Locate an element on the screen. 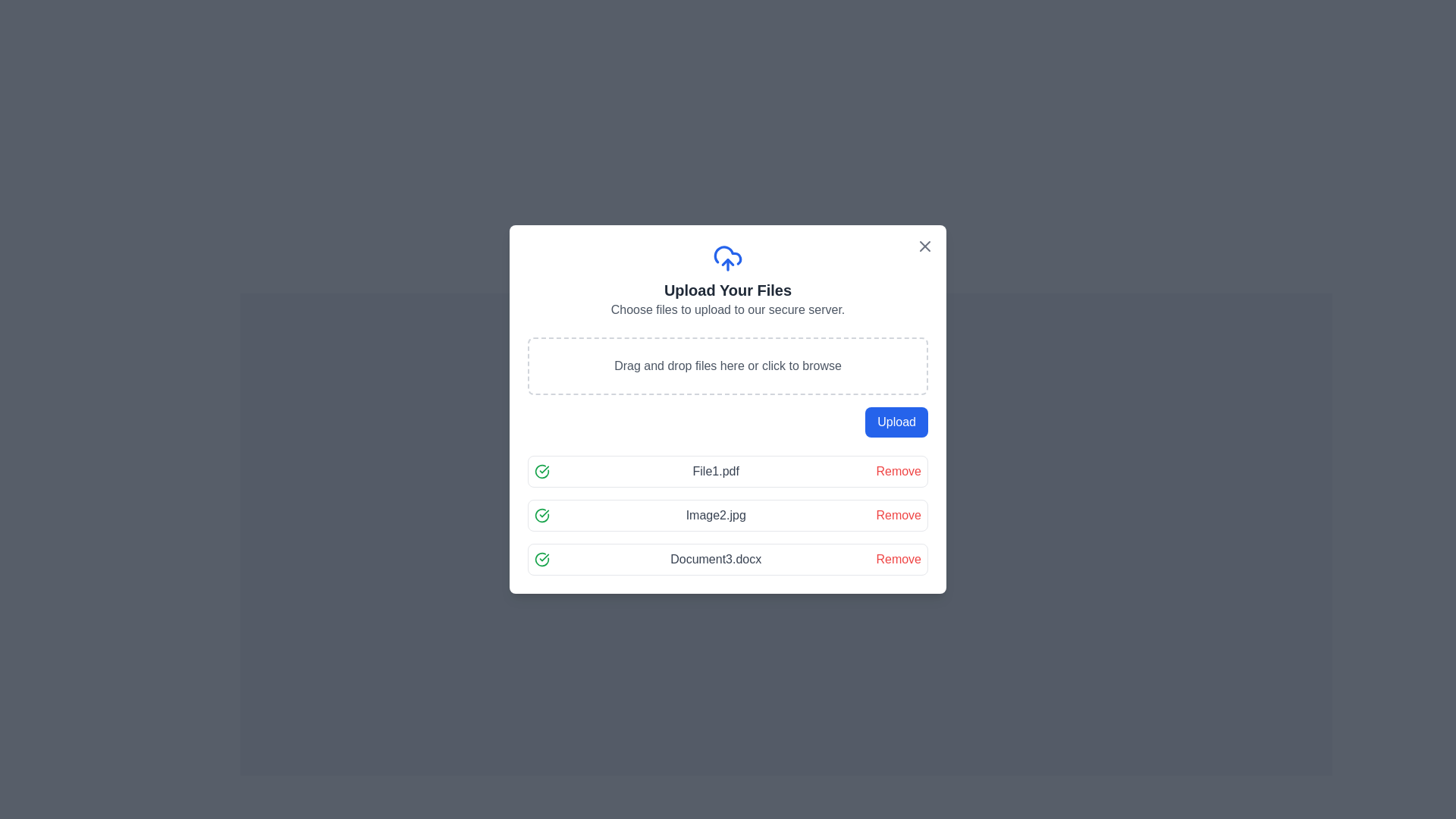 This screenshot has width=1456, height=819. the upload icon located at the top center of the modal dialog box, directly above the text 'Upload Your Files' is located at coordinates (728, 257).